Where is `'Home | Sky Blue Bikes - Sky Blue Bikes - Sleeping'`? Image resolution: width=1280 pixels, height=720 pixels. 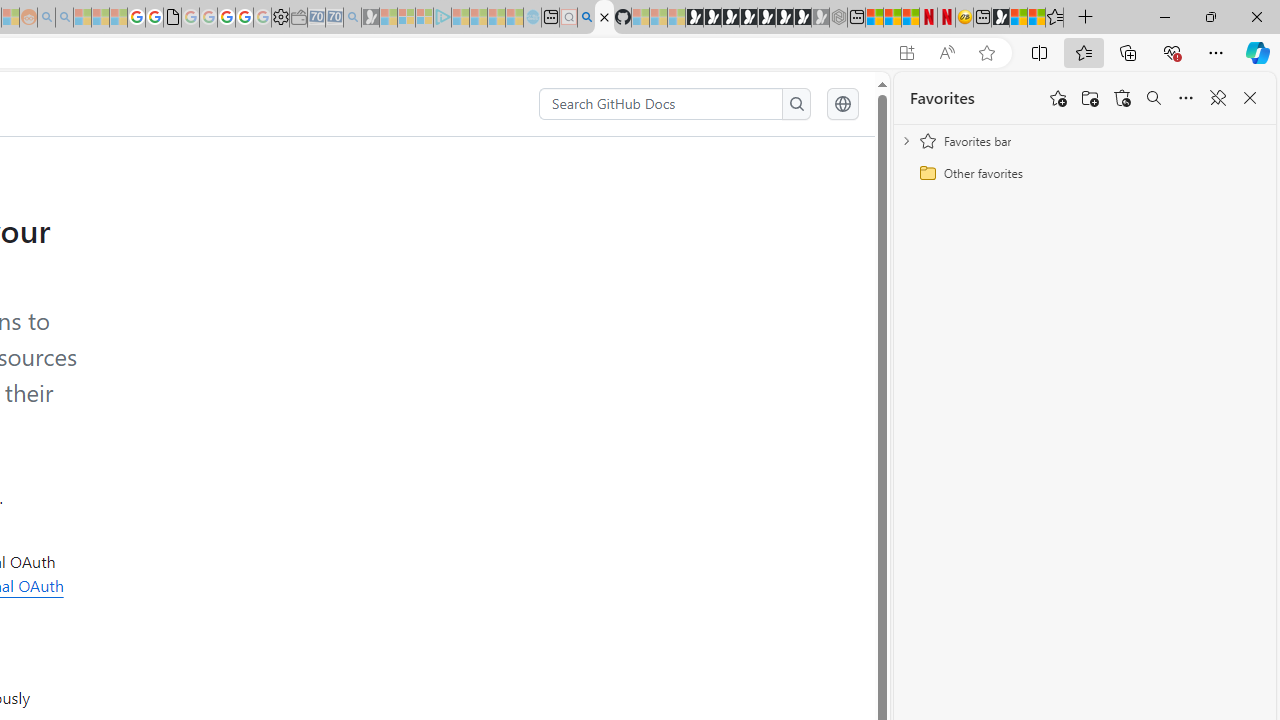
'Home | Sky Blue Bikes - Sky Blue Bikes - Sleeping' is located at coordinates (532, 17).